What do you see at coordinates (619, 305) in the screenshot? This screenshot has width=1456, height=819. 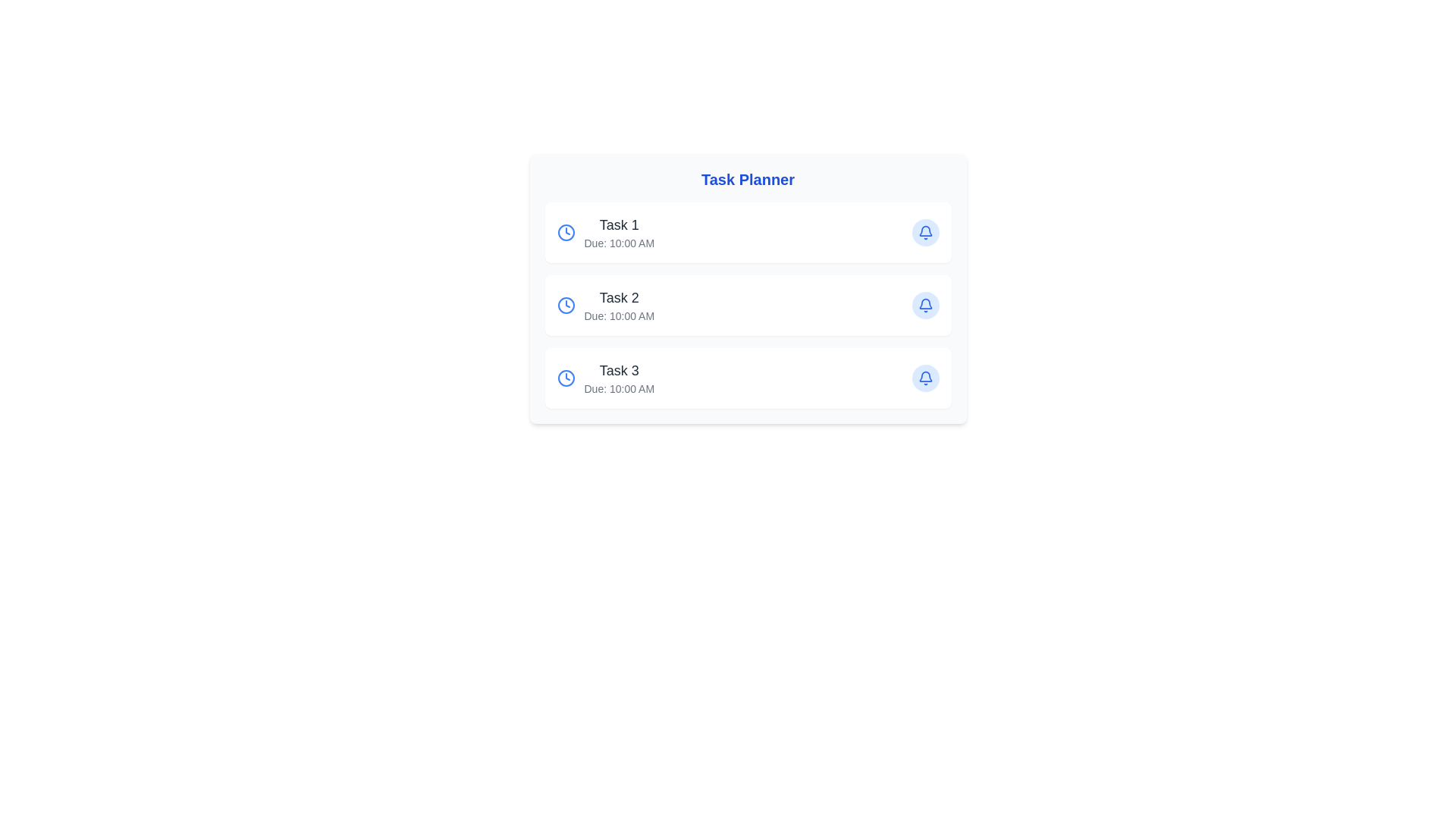 I see `task title and due time from the second task in the vertical task list, located between 'Task 1' and 'Task 3', with a clock icon on the left and a notification bell icon on the right` at bounding box center [619, 305].